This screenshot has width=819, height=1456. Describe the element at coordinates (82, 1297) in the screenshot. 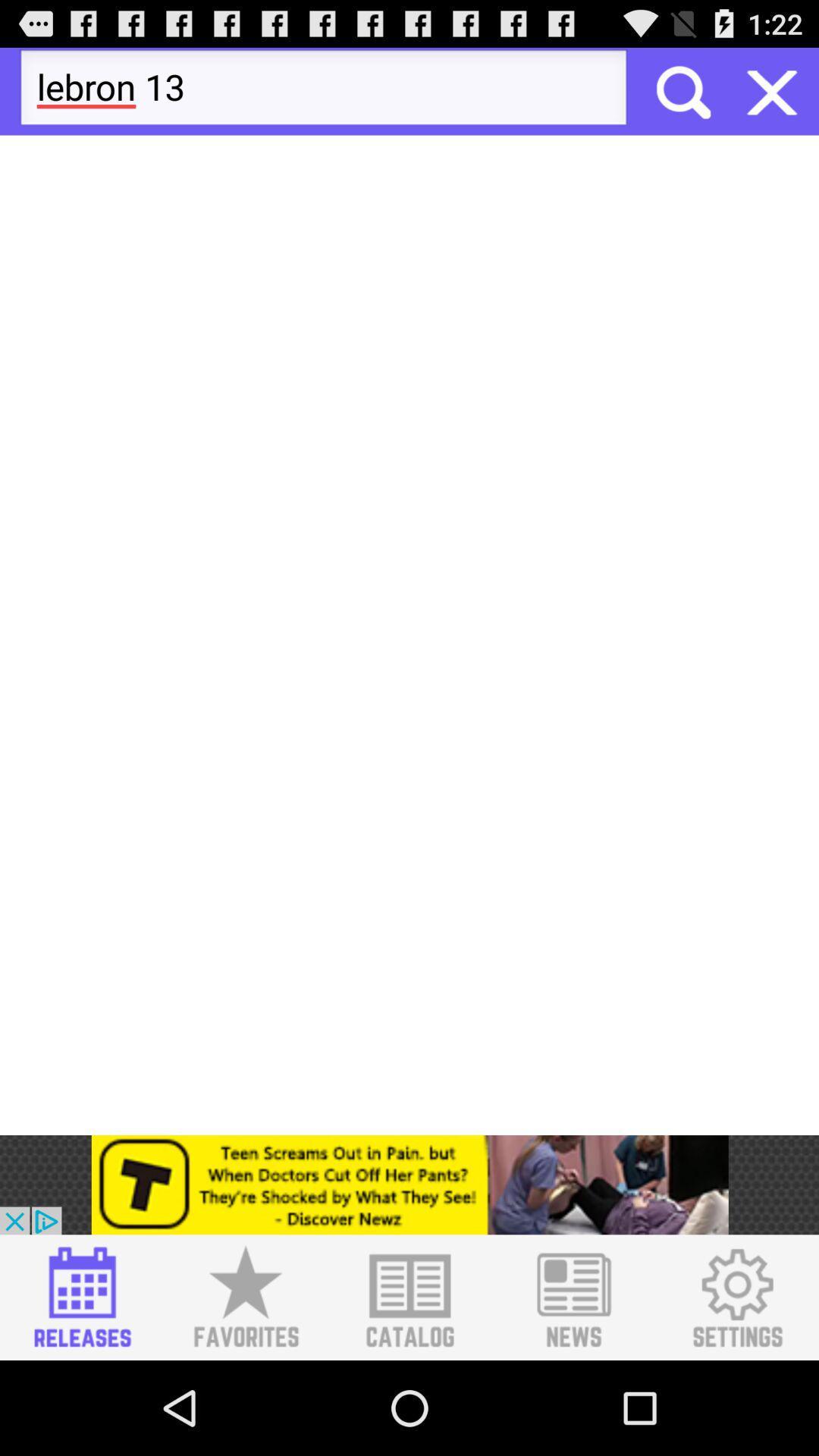

I see `releases` at that location.